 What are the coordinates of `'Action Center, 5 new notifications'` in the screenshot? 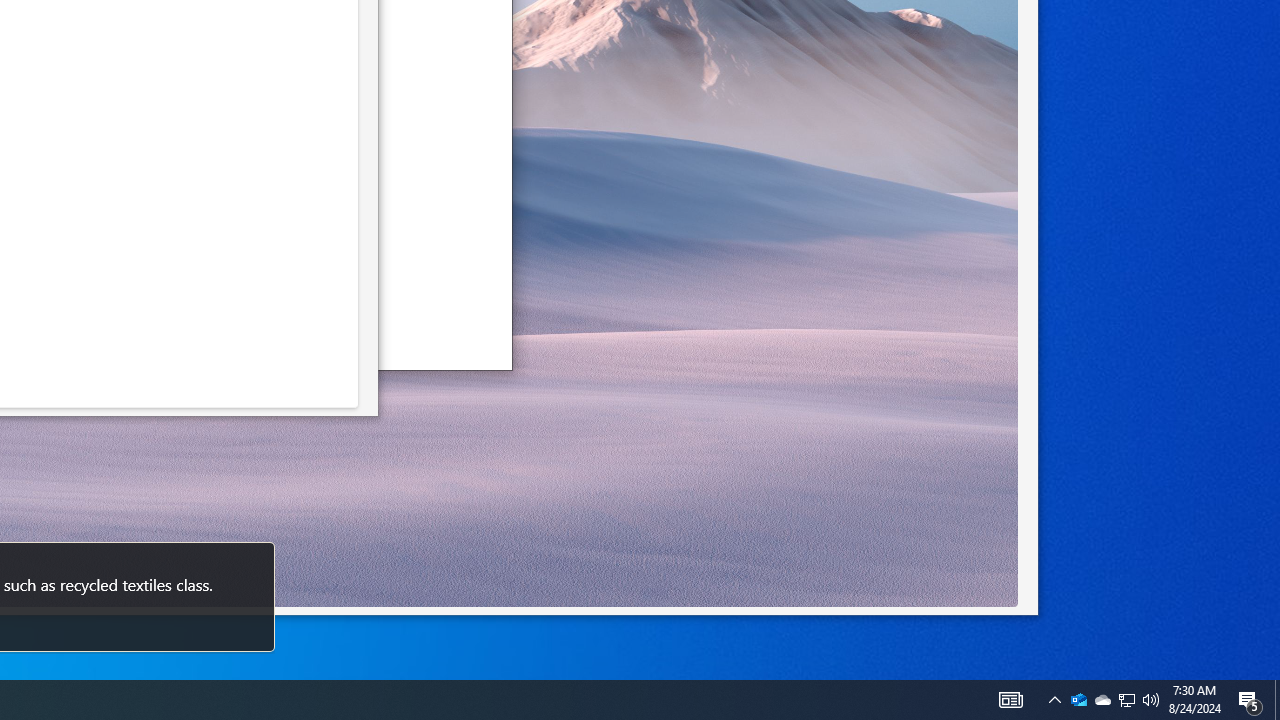 It's located at (1250, 698).